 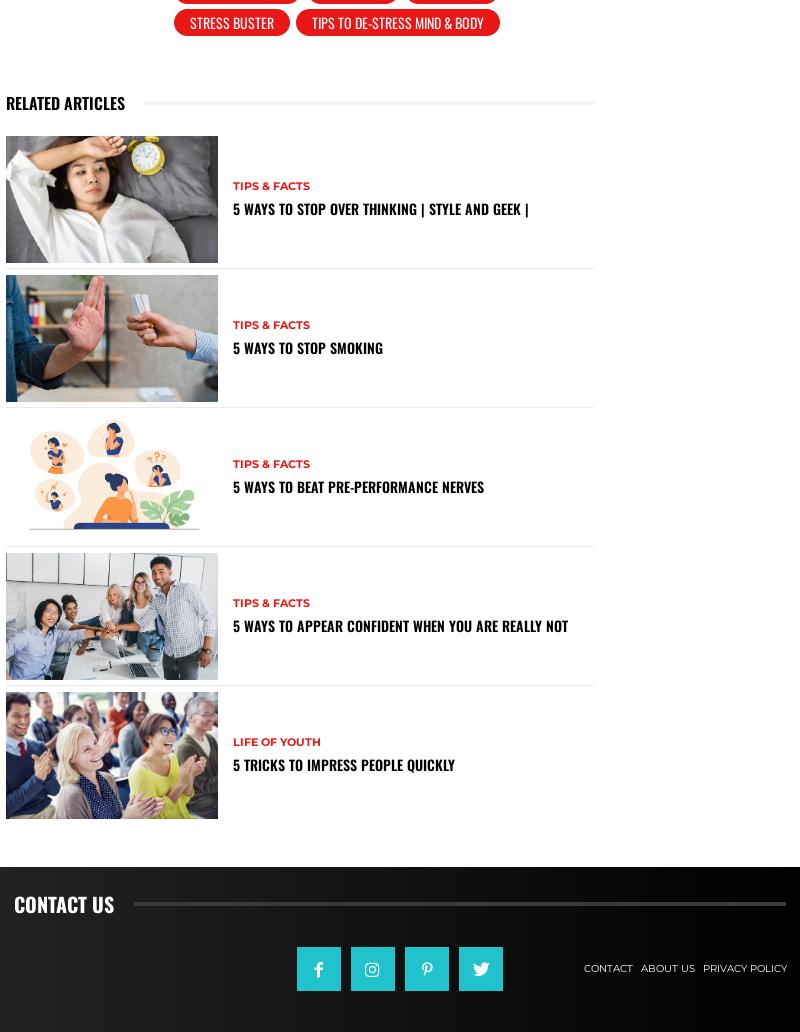 I want to click on '5 Tricks to Impress People Quickly', so click(x=231, y=763).